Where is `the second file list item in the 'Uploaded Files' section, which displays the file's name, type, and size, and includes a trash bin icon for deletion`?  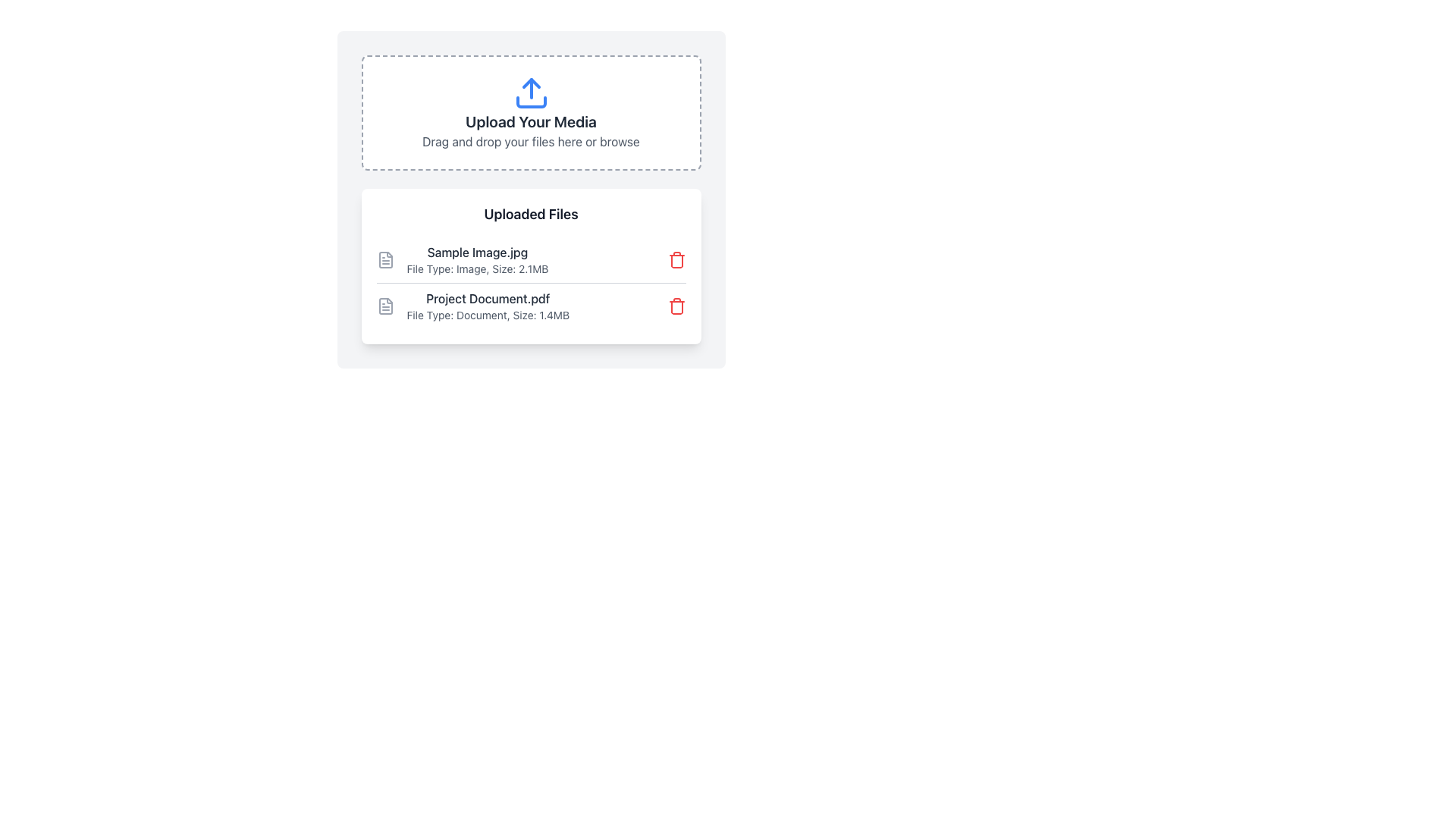
the second file list item in the 'Uploaded Files' section, which displays the file's name, type, and size, and includes a trash bin icon for deletion is located at coordinates (531, 306).